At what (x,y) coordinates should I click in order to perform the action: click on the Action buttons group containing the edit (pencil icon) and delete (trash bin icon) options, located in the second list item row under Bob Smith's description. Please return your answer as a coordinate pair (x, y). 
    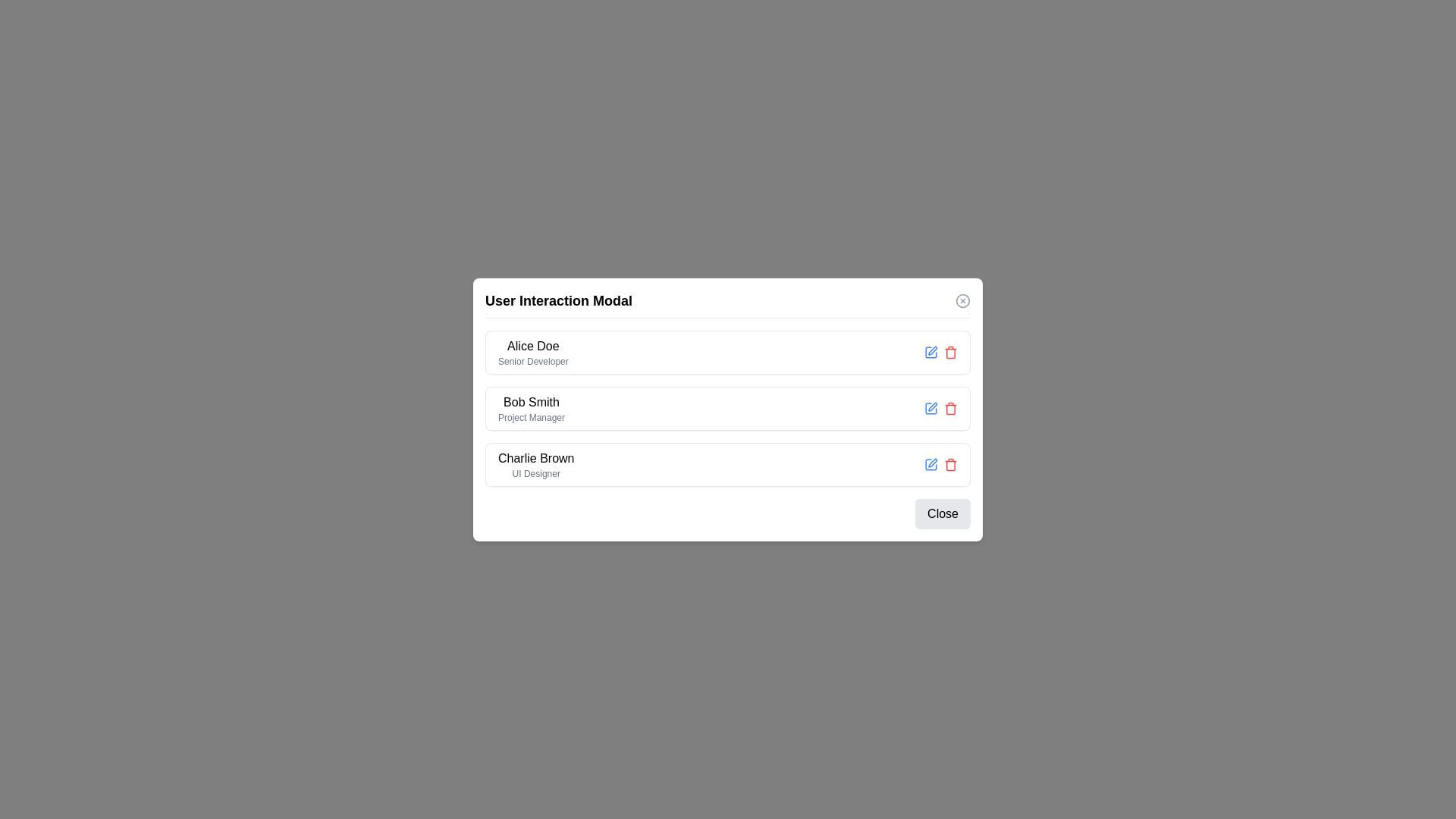
    Looking at the image, I should click on (940, 406).